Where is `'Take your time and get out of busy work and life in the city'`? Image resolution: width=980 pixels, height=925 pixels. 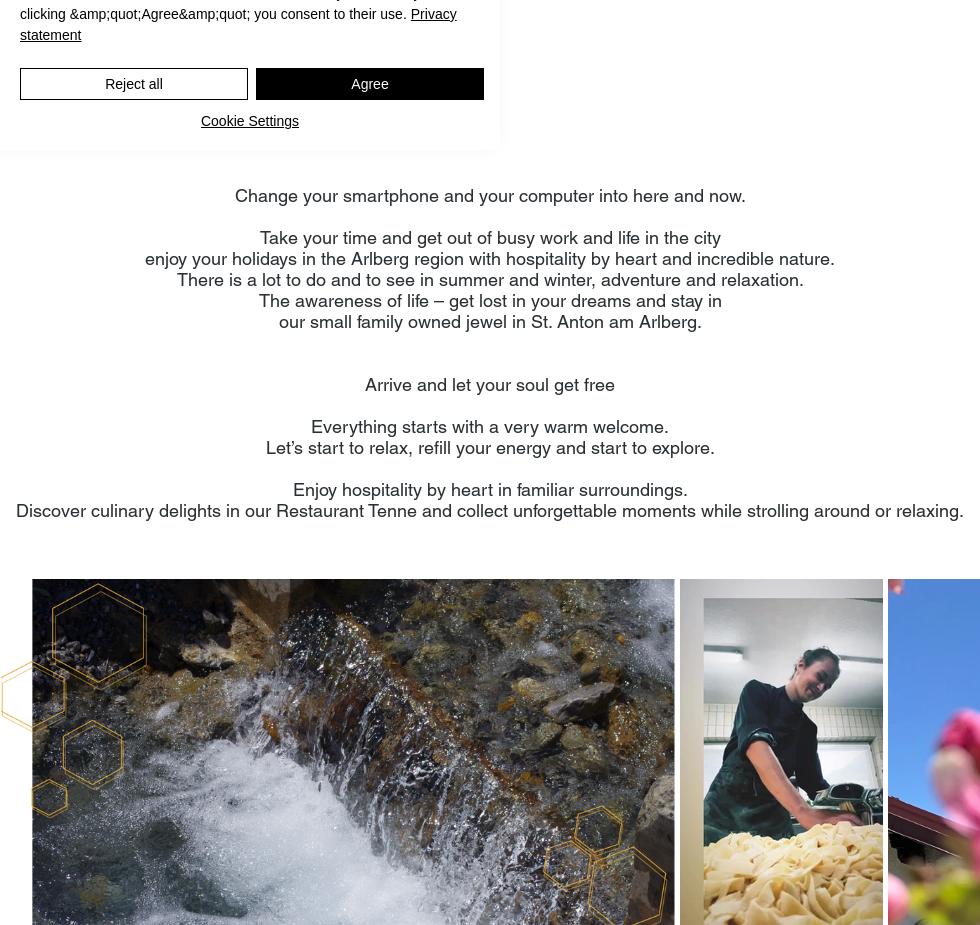
'Take your time and get out of busy work and life in the city' is located at coordinates (489, 236).